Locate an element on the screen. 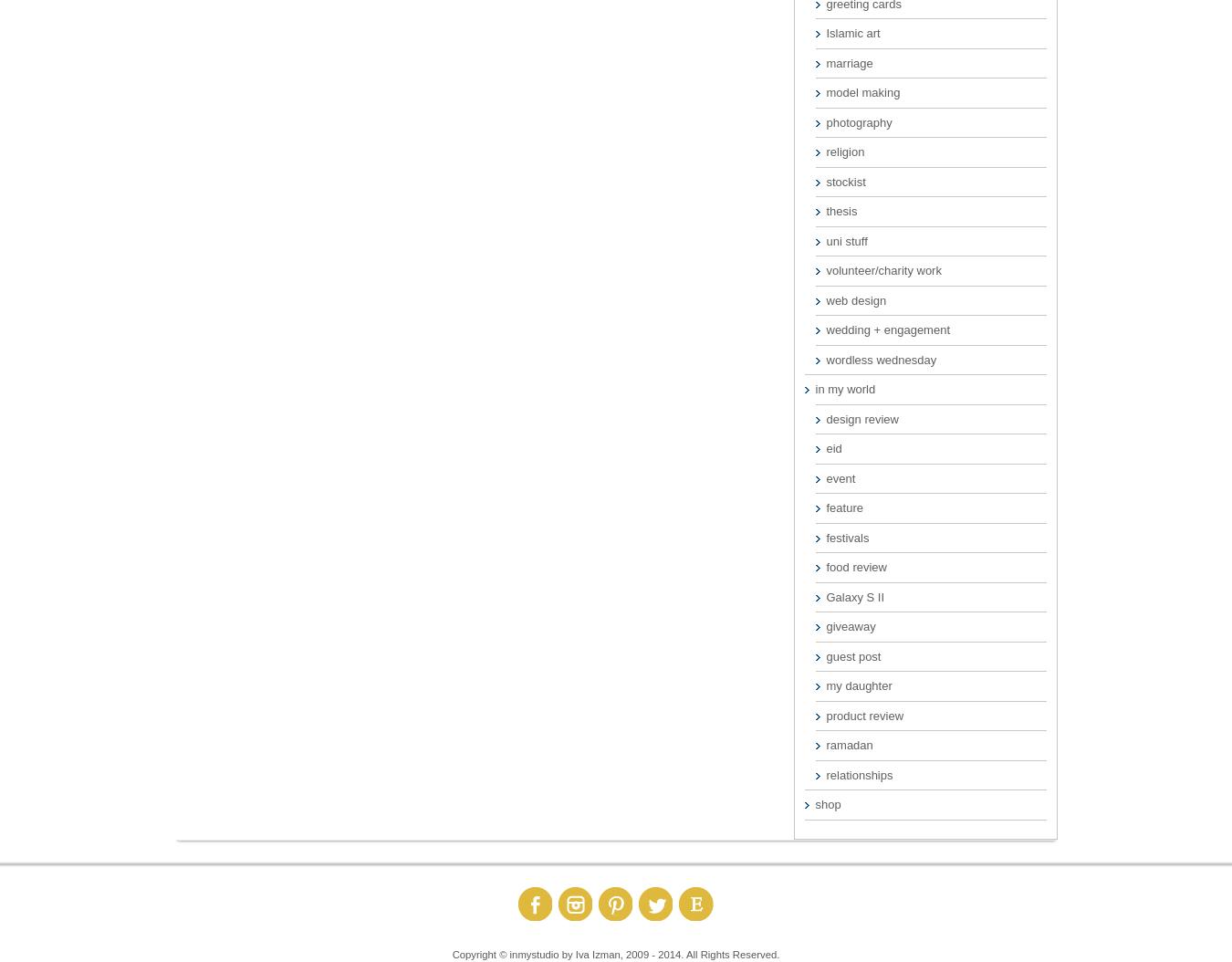 Image resolution: width=1232 pixels, height=962 pixels. 'relationships' is located at coordinates (825, 774).